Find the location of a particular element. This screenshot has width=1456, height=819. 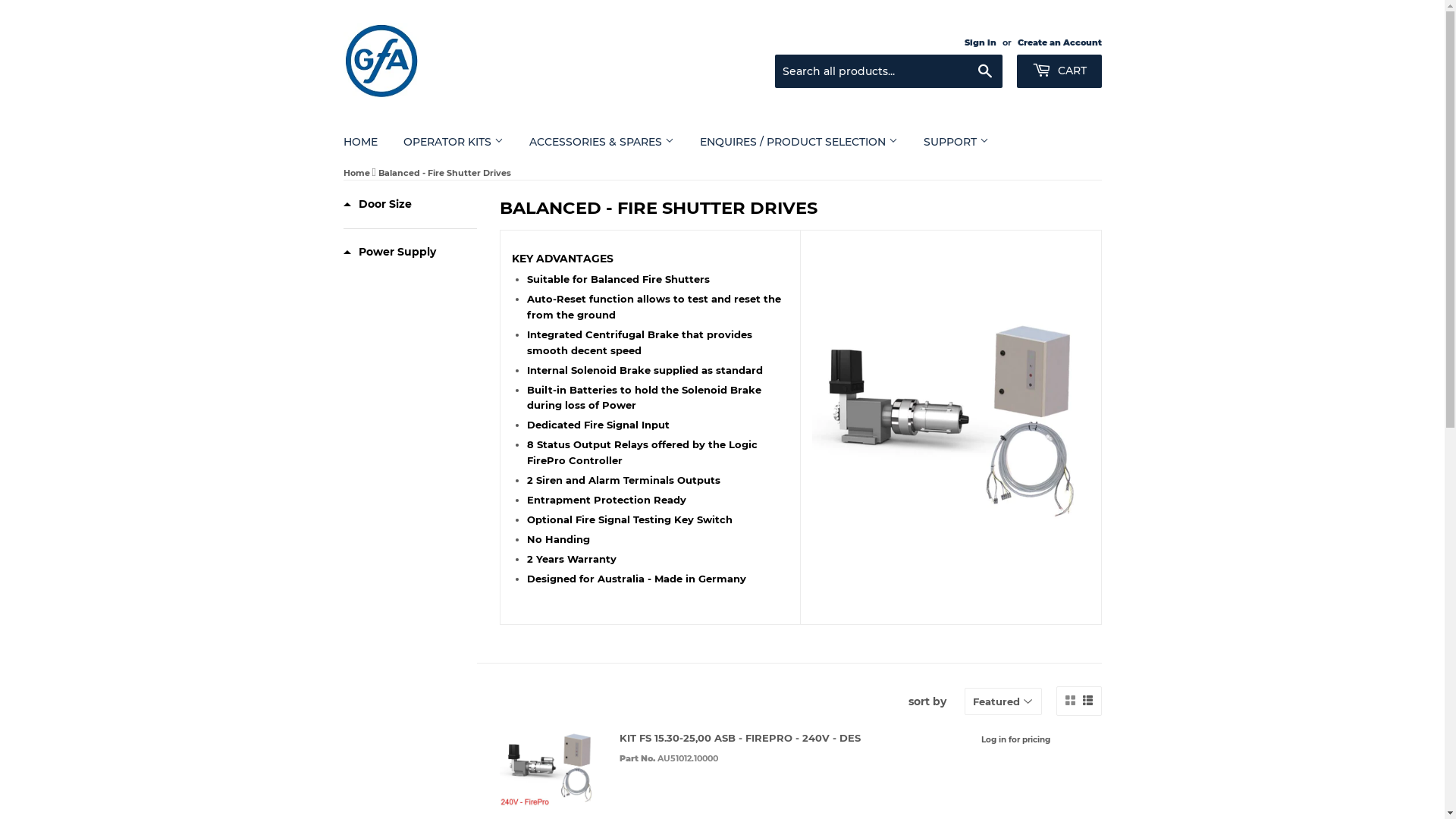

'Create an Account' is located at coordinates (1059, 42).